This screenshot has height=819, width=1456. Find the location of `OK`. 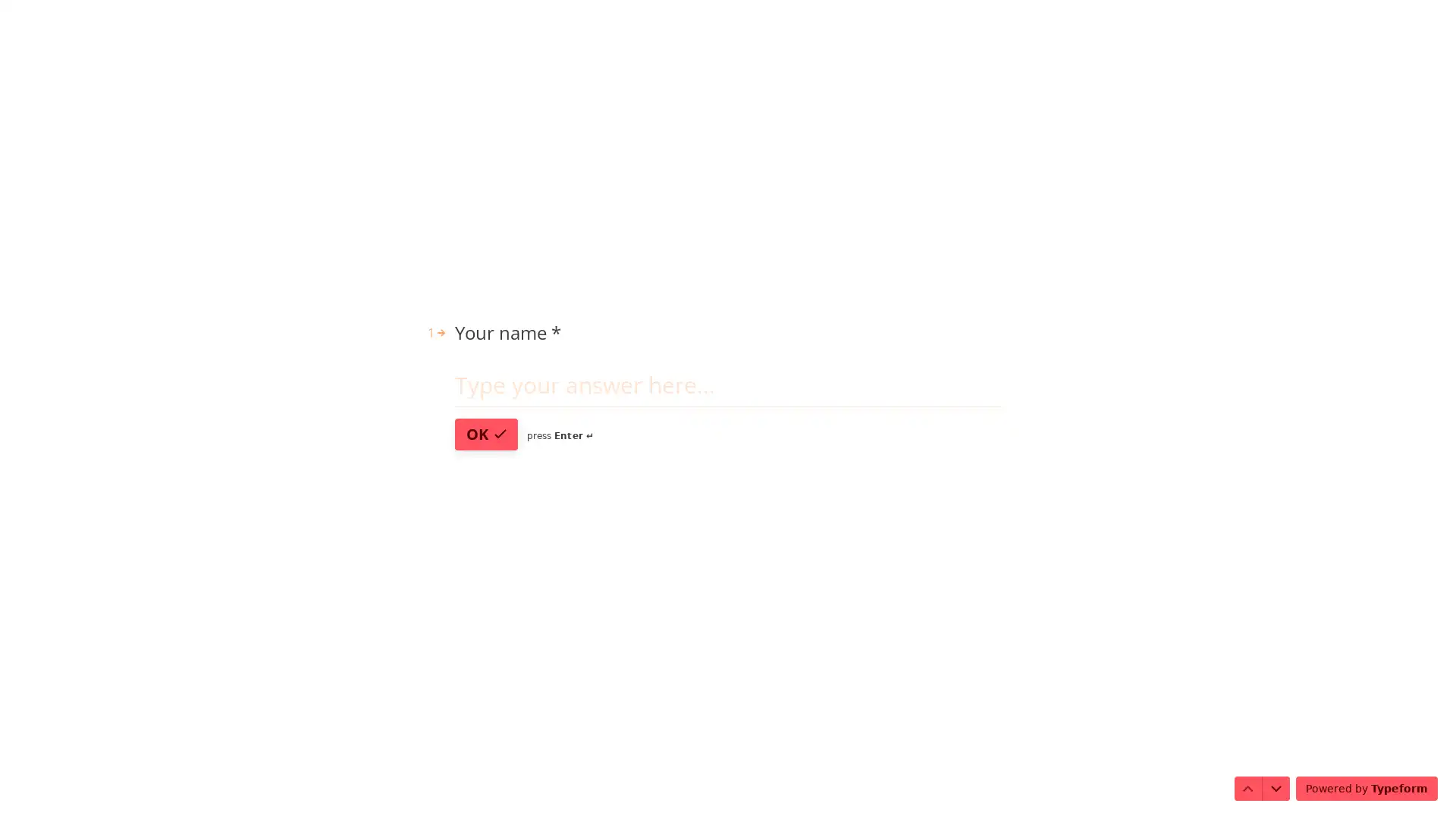

OK is located at coordinates (486, 433).